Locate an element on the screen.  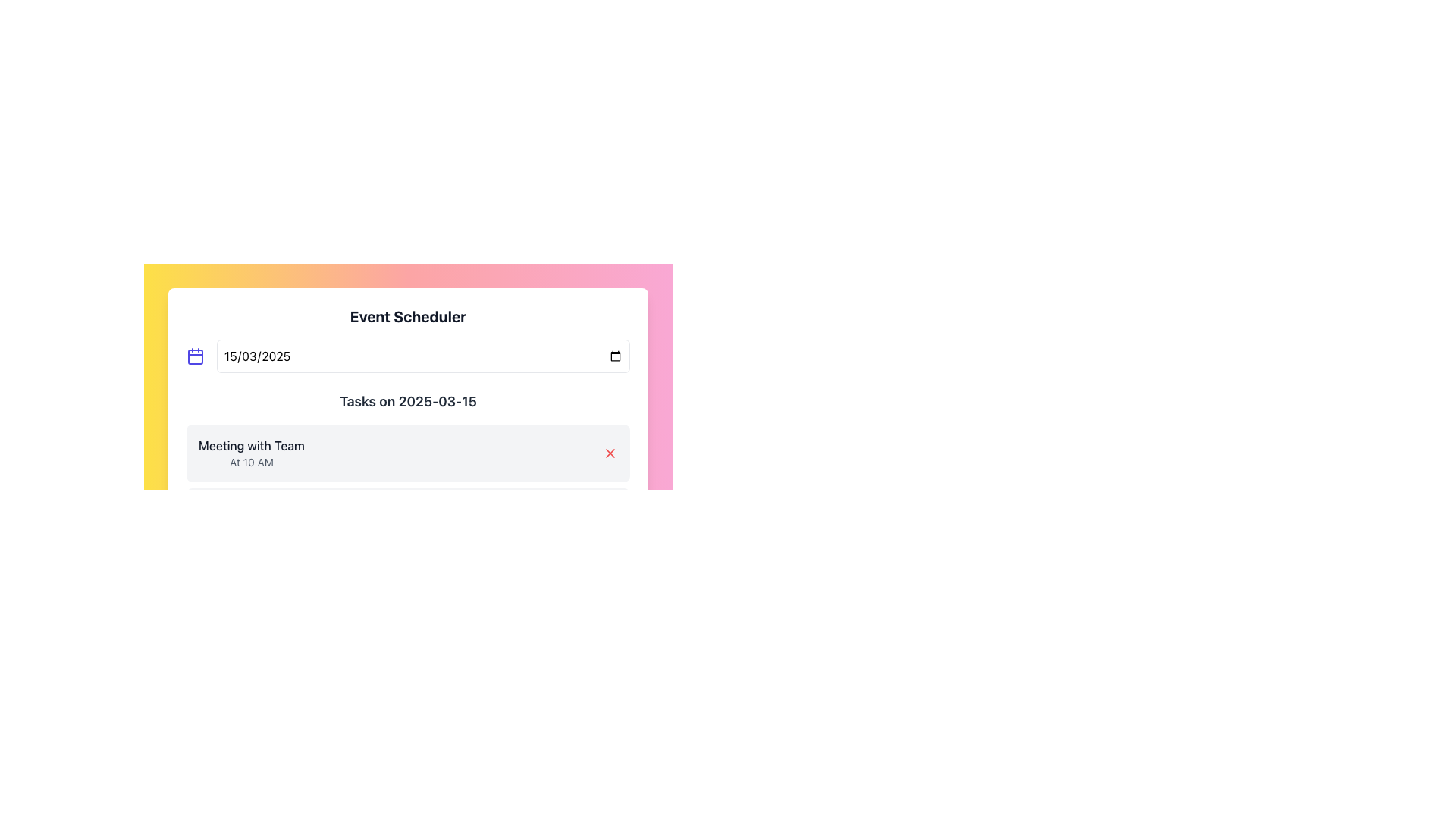
the Decorative Rectangle, which is a rounded indigo rectangle located at the center of the calendar icon, positioned to the left of the date input field displaying '15/03/2025' is located at coordinates (195, 356).